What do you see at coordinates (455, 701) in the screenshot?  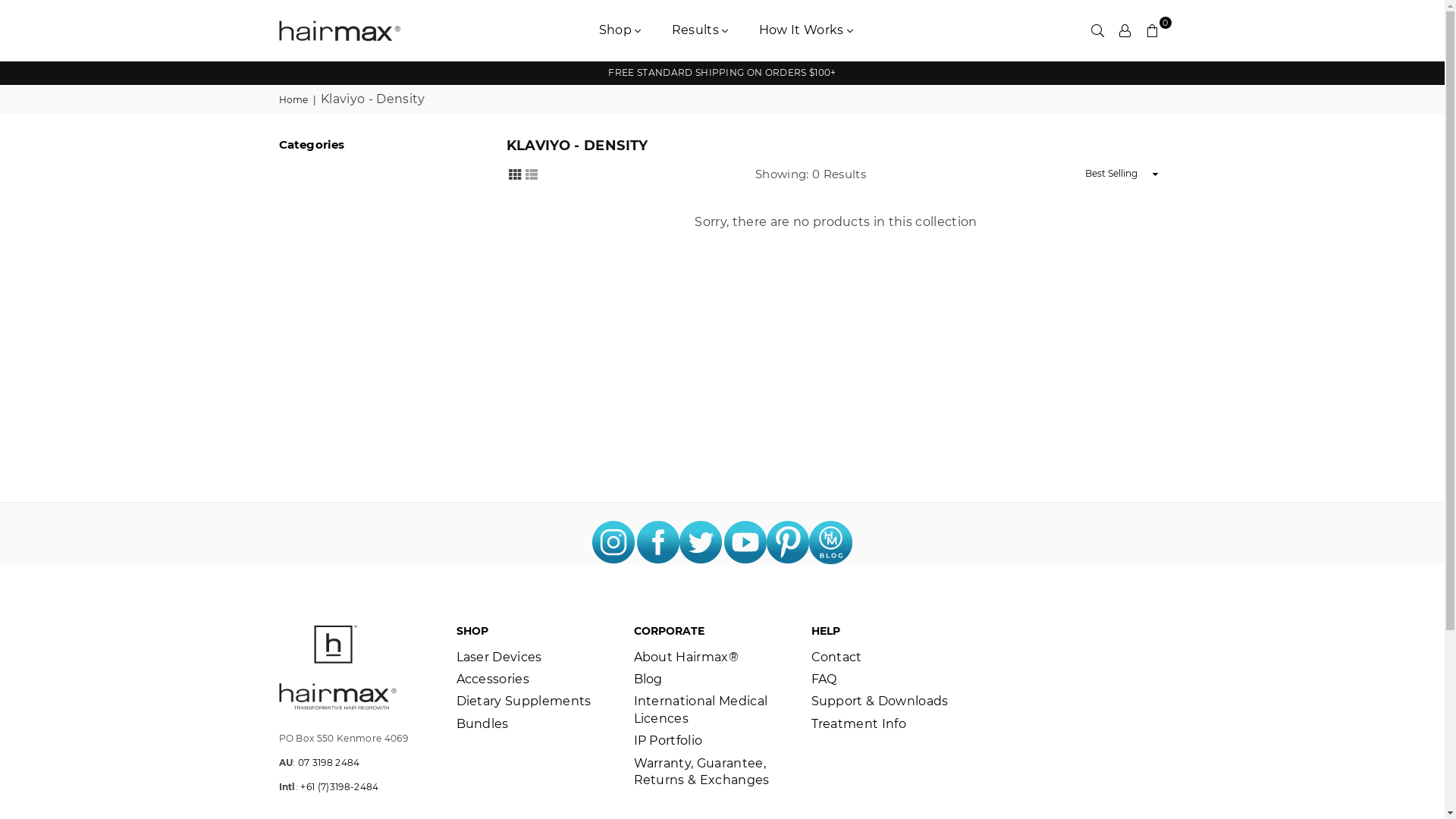 I see `'Dietary Supplements'` at bounding box center [455, 701].